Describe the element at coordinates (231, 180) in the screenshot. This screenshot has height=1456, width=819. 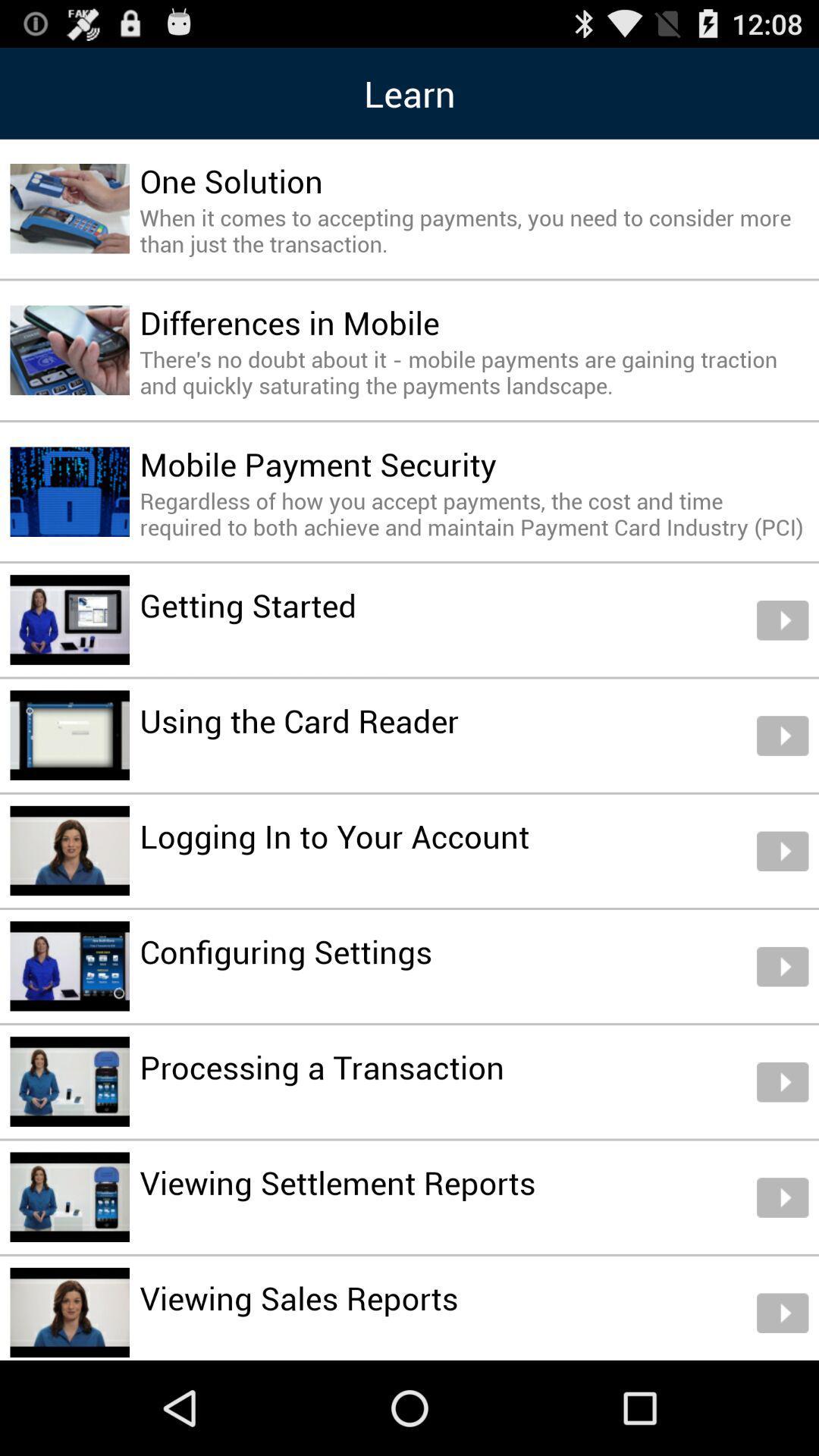
I see `the icon below learn icon` at that location.